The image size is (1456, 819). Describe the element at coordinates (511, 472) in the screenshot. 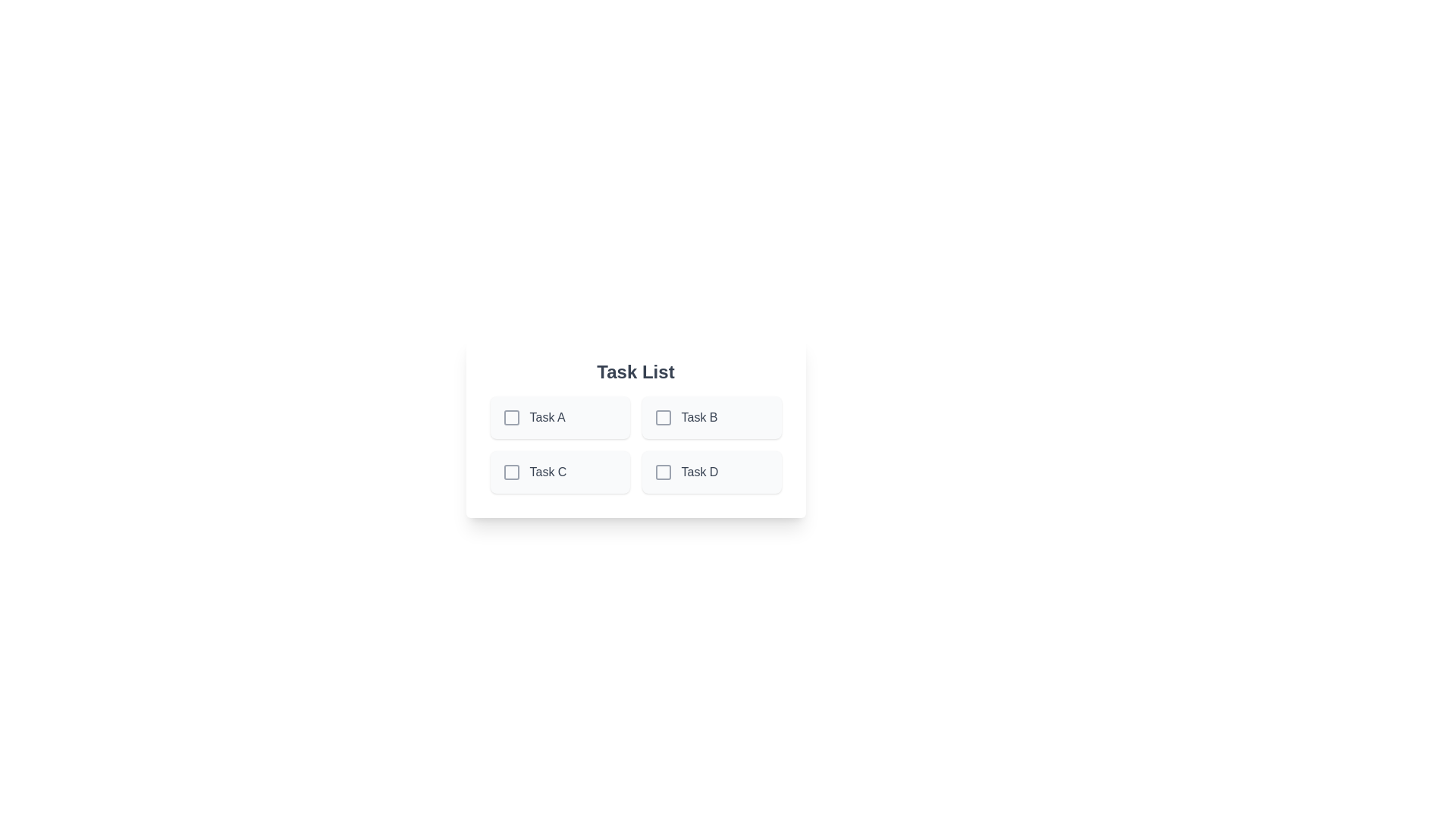

I see `the task Task C by clicking on its checkbox` at that location.